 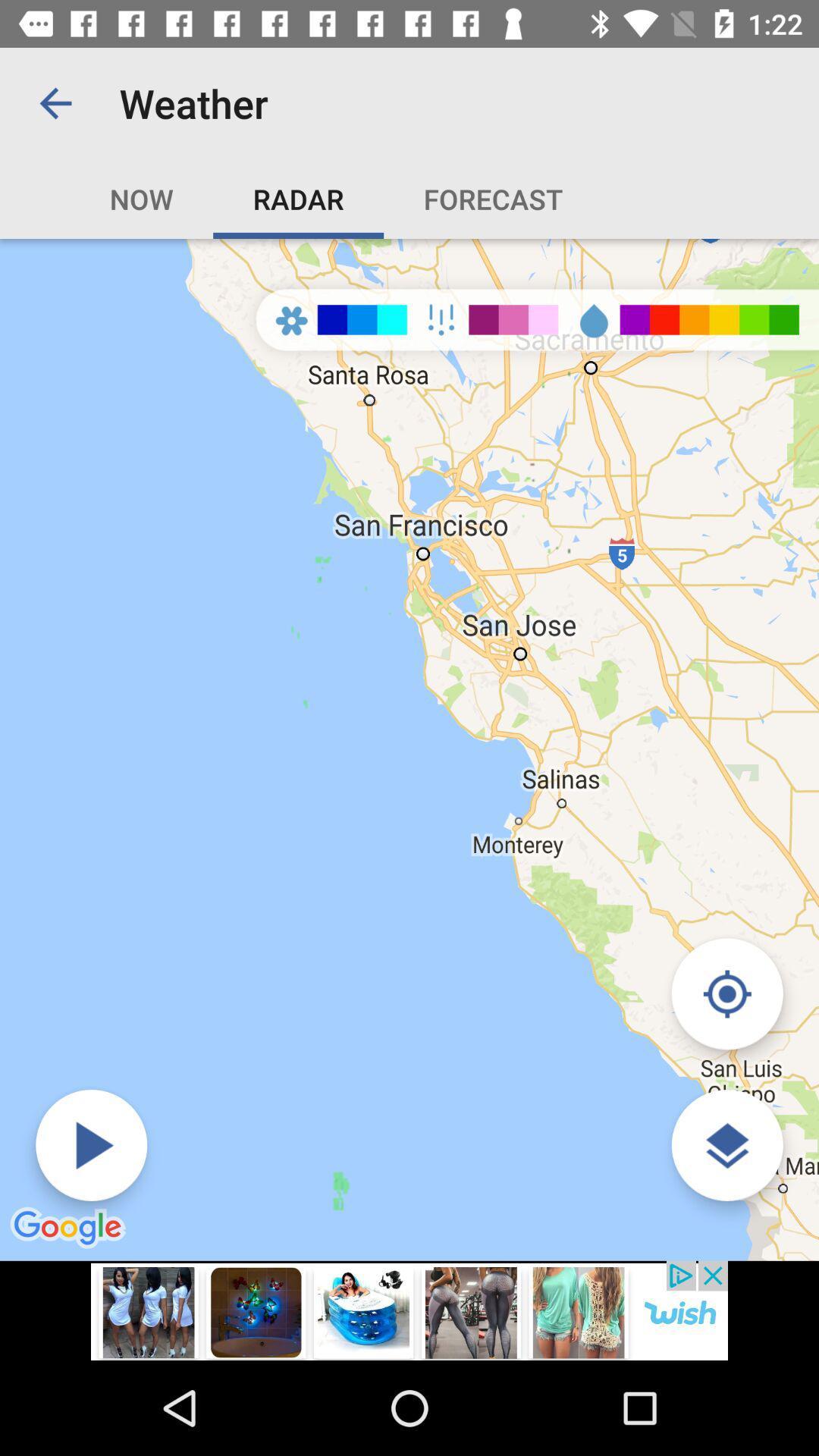 What do you see at coordinates (91, 1145) in the screenshot?
I see `the play option in the bottom left corner` at bounding box center [91, 1145].